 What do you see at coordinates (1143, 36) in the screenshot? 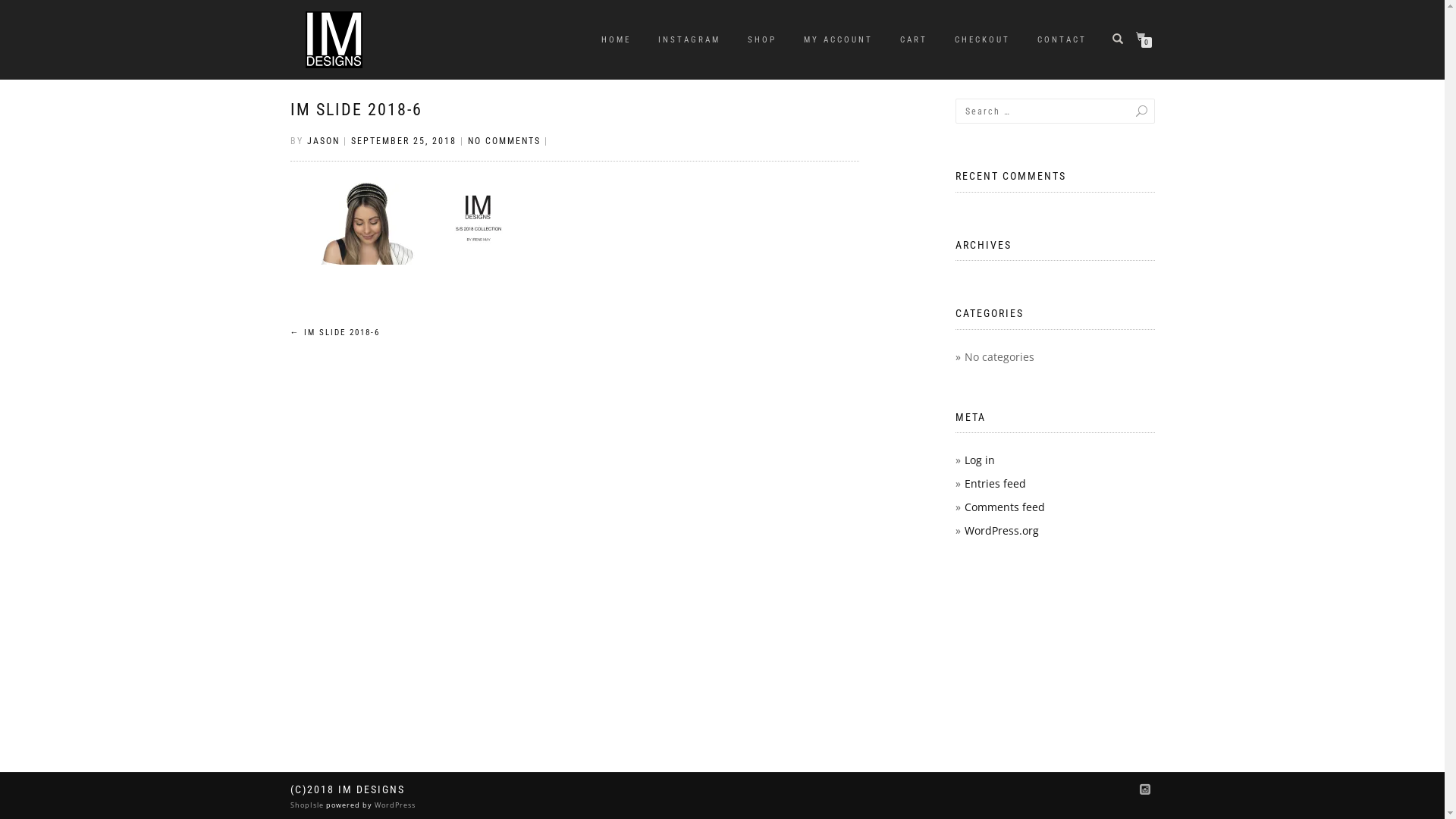
I see `'0'` at bounding box center [1143, 36].